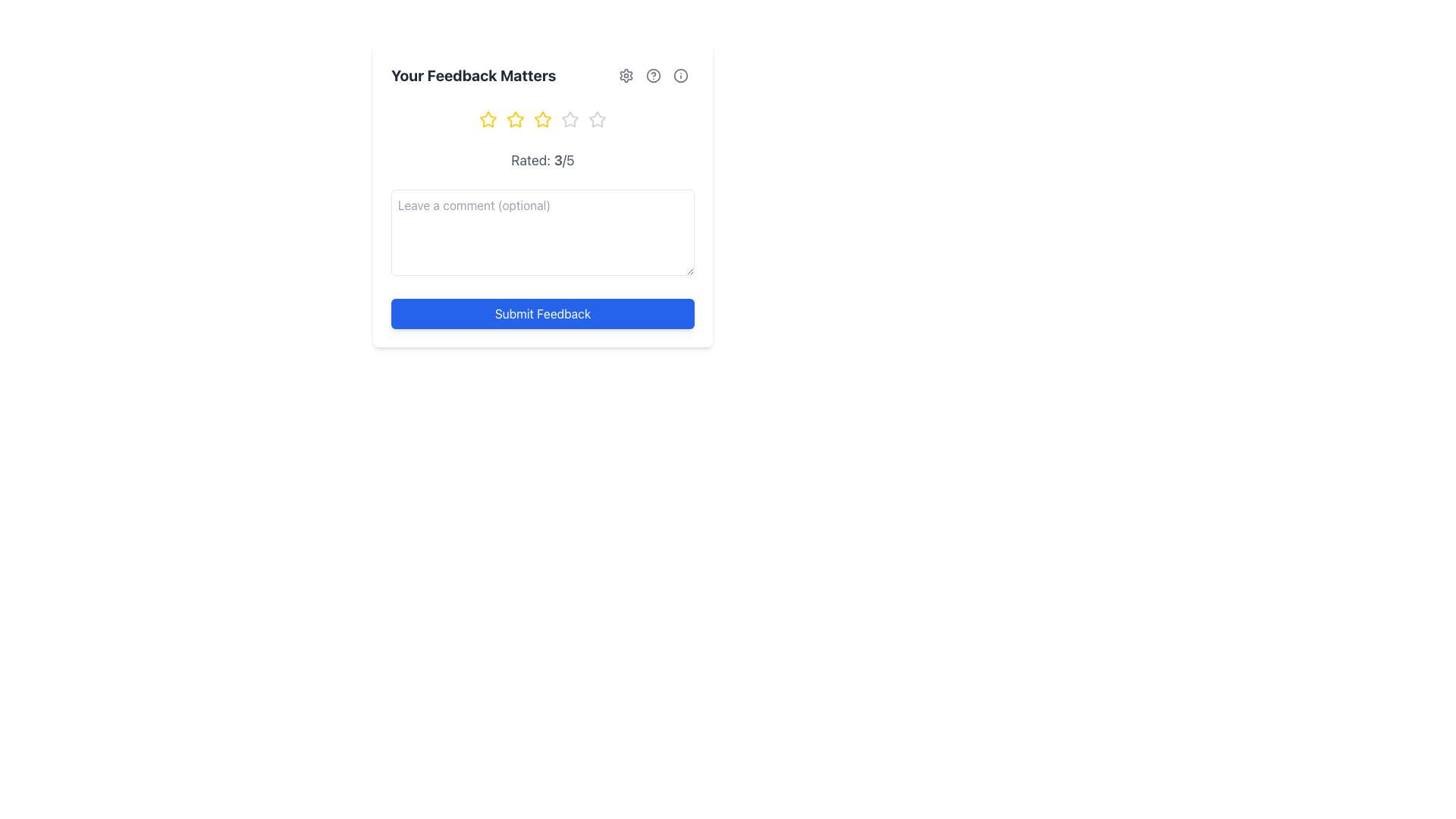  I want to click on the Help icon located in the top-right corner of the feedback card, so click(654, 76).